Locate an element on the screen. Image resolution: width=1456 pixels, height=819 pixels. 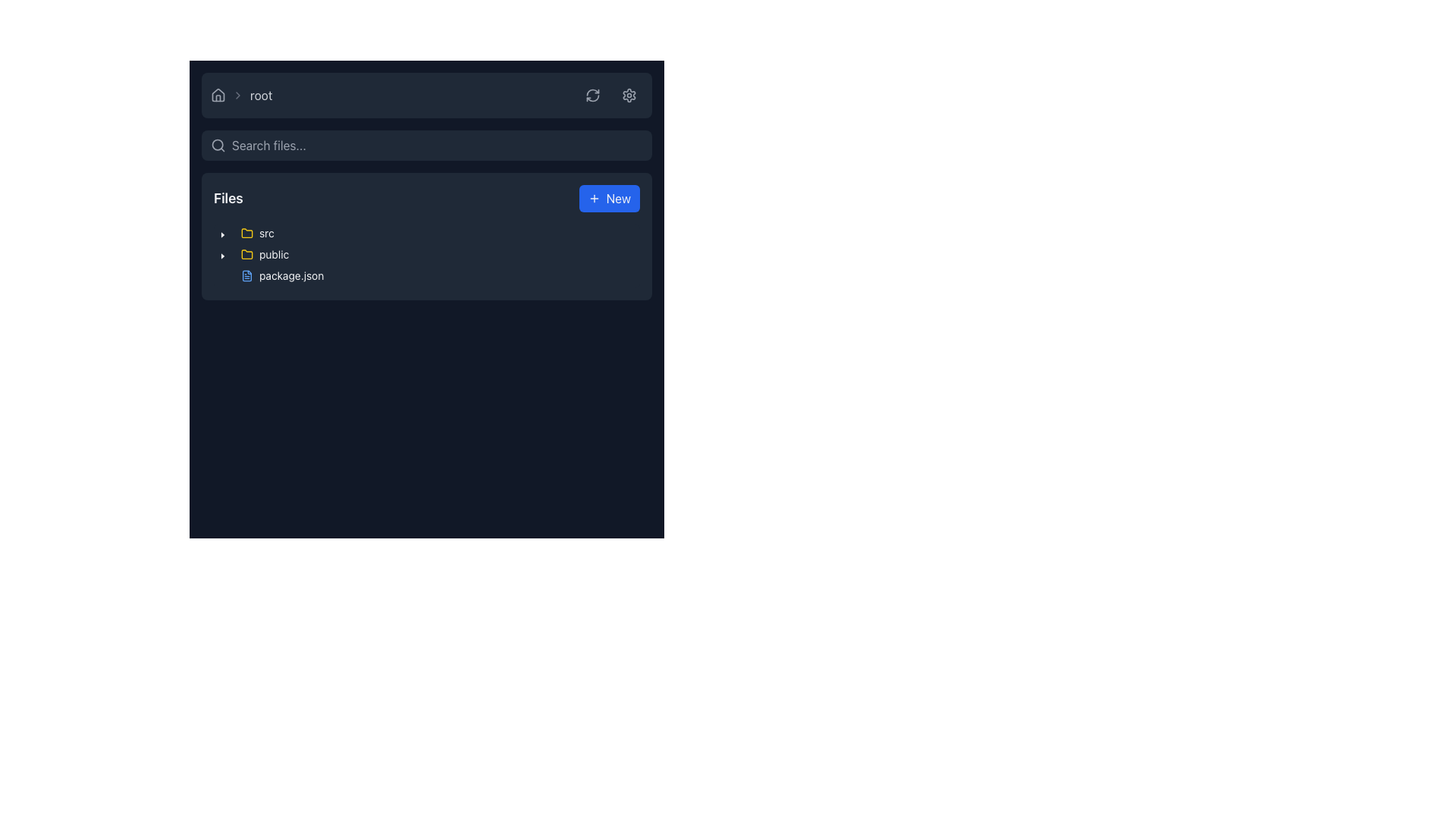
the Toggle button adjacent to the 'src' label is located at coordinates (221, 234).